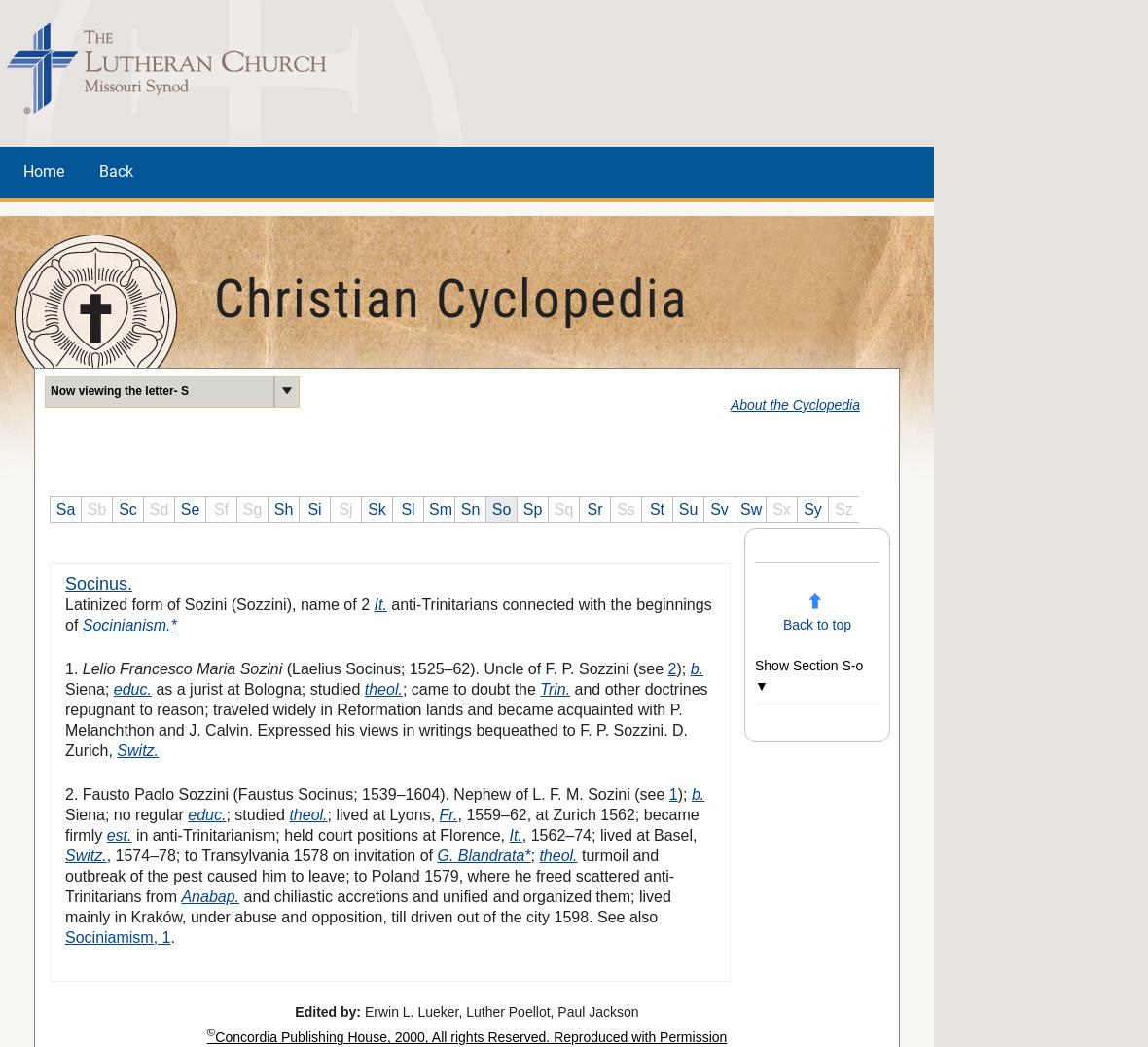 The width and height of the screenshot is (1148, 1047). What do you see at coordinates (169, 936) in the screenshot?
I see `'.'` at bounding box center [169, 936].